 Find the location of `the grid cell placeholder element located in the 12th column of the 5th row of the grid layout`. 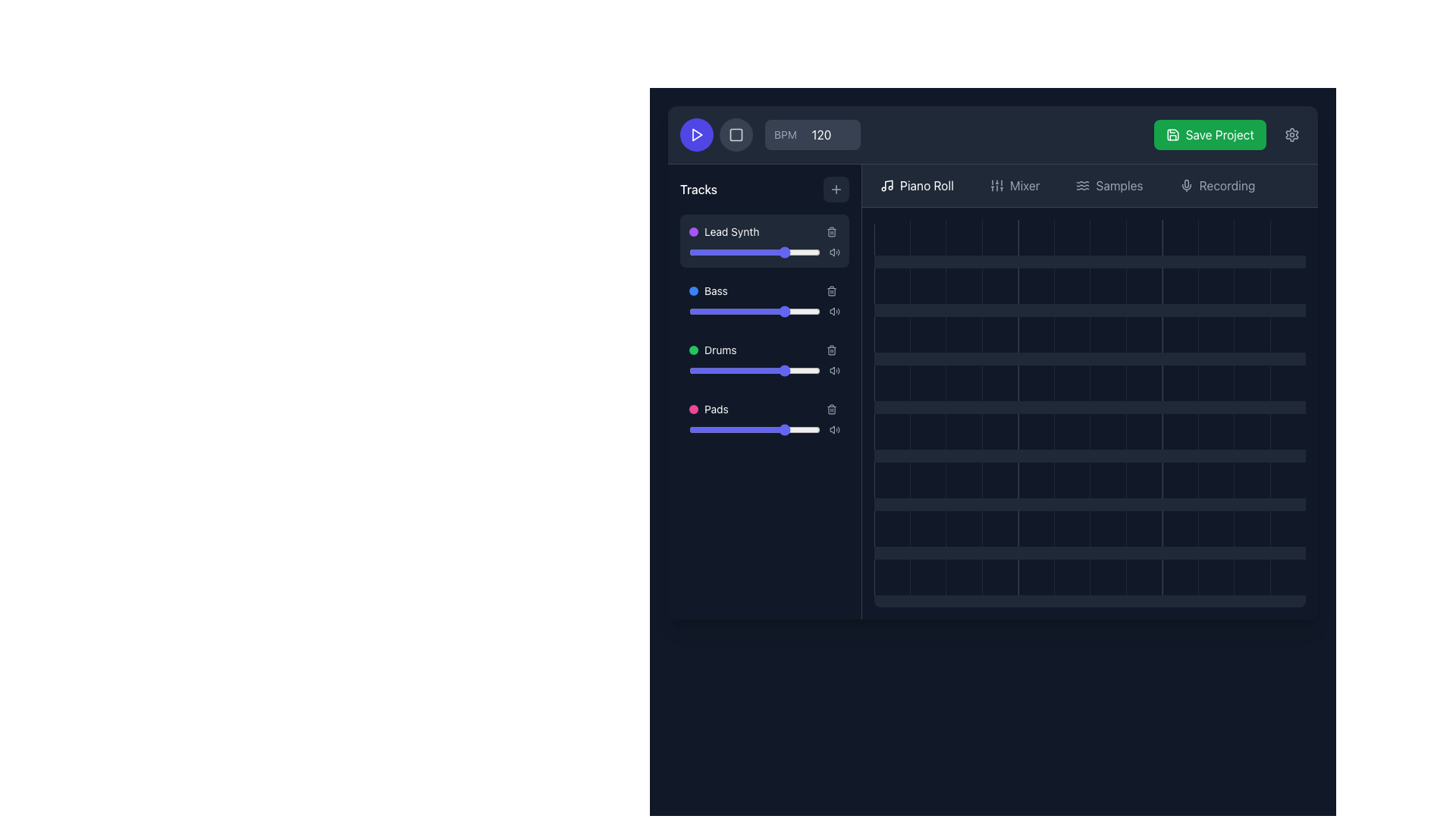

the grid cell placeholder element located in the 12th column of the 5th row of the grid layout is located at coordinates (1252, 286).